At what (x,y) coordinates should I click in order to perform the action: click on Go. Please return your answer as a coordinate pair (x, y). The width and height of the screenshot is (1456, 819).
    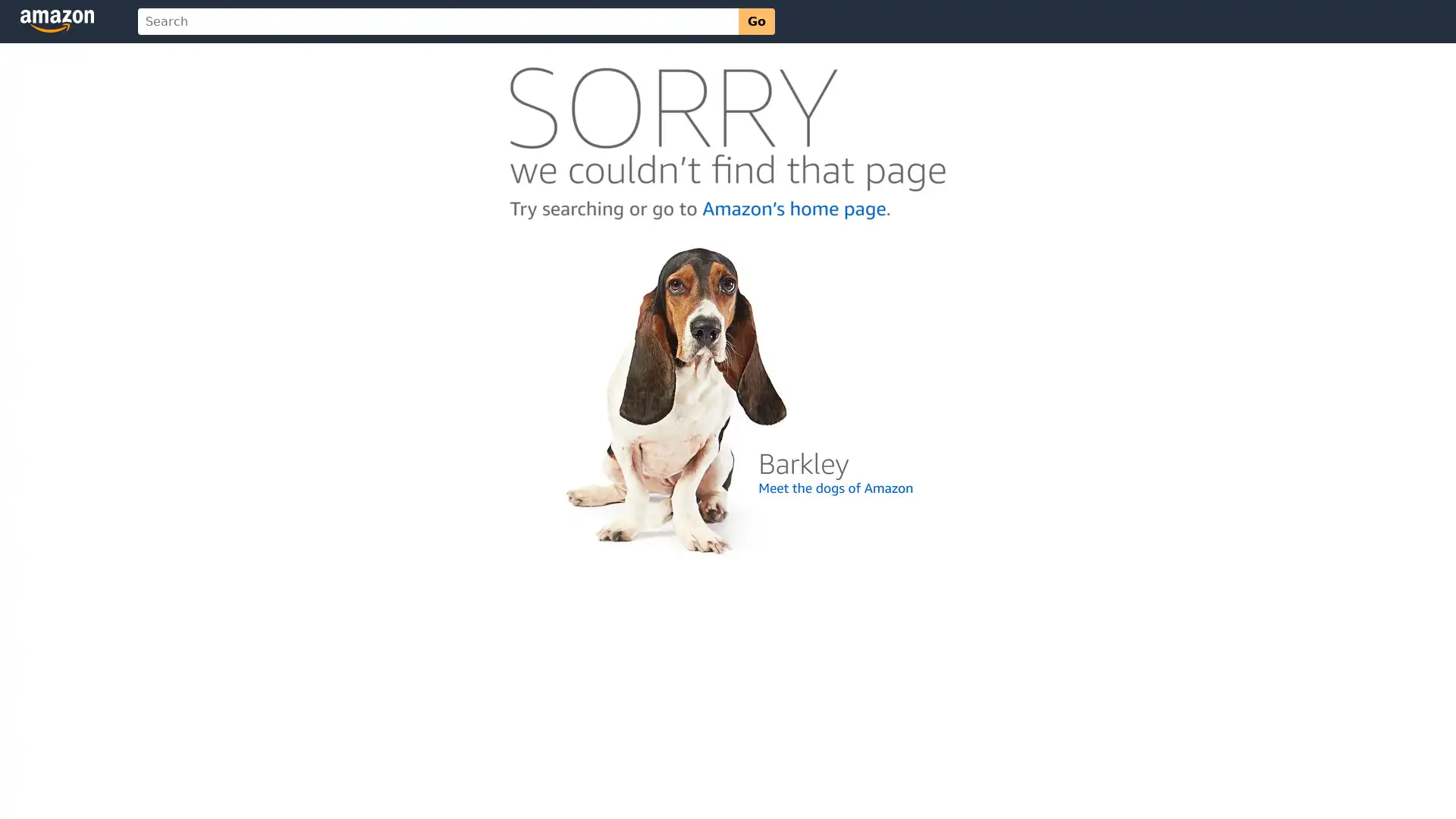
    Looking at the image, I should click on (757, 21).